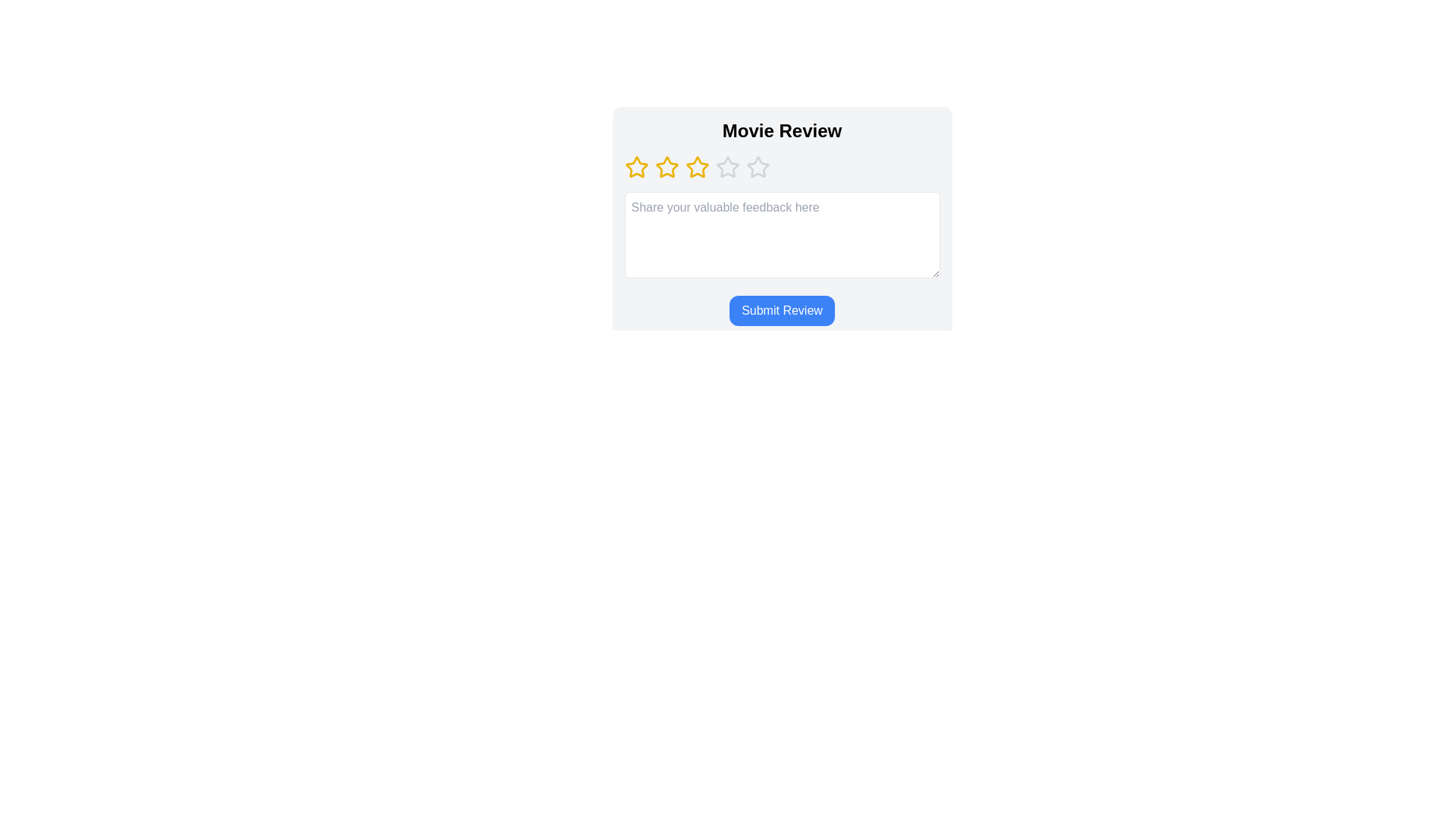 The height and width of the screenshot is (819, 1456). Describe the element at coordinates (782, 234) in the screenshot. I see `the text area and type the feedback text 'Great movie!'` at that location.